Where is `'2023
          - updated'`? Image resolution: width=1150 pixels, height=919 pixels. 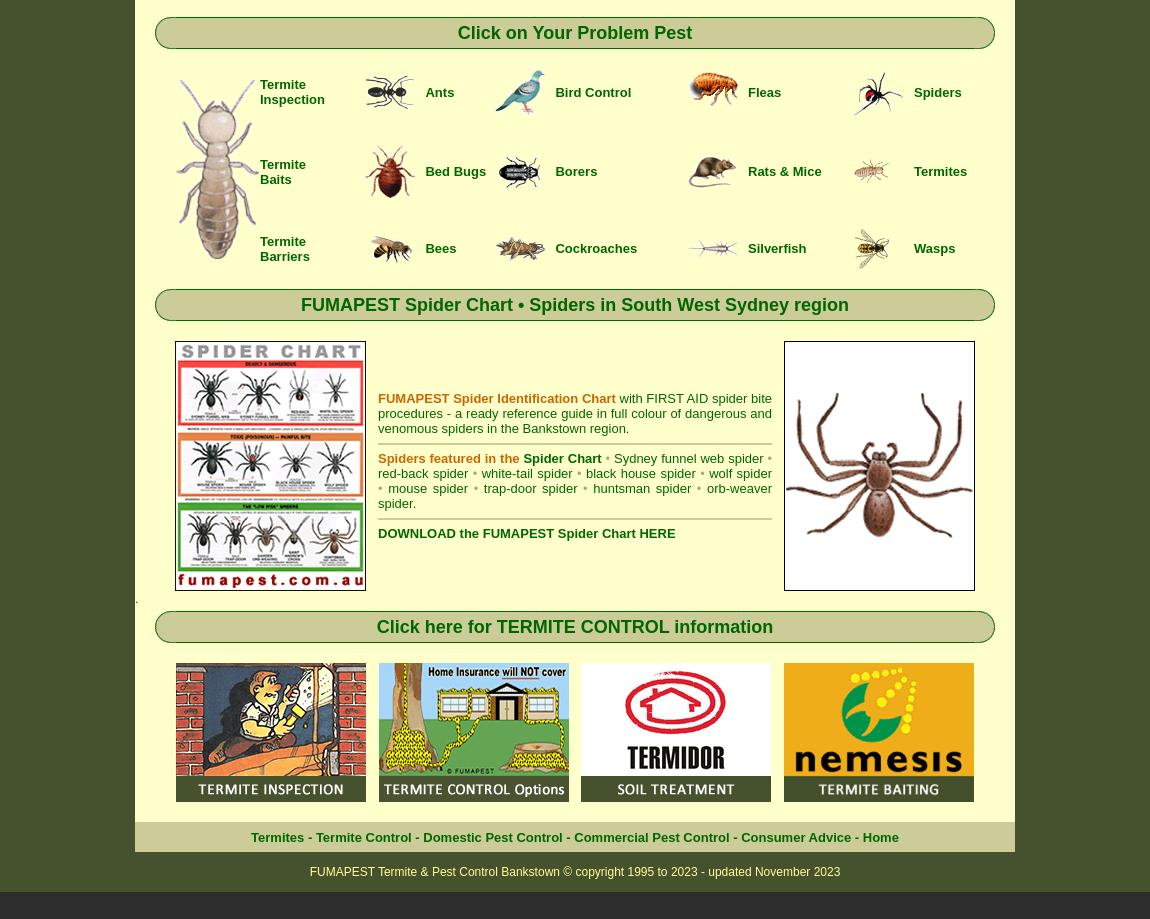 '2023
          - updated' is located at coordinates (710, 871).